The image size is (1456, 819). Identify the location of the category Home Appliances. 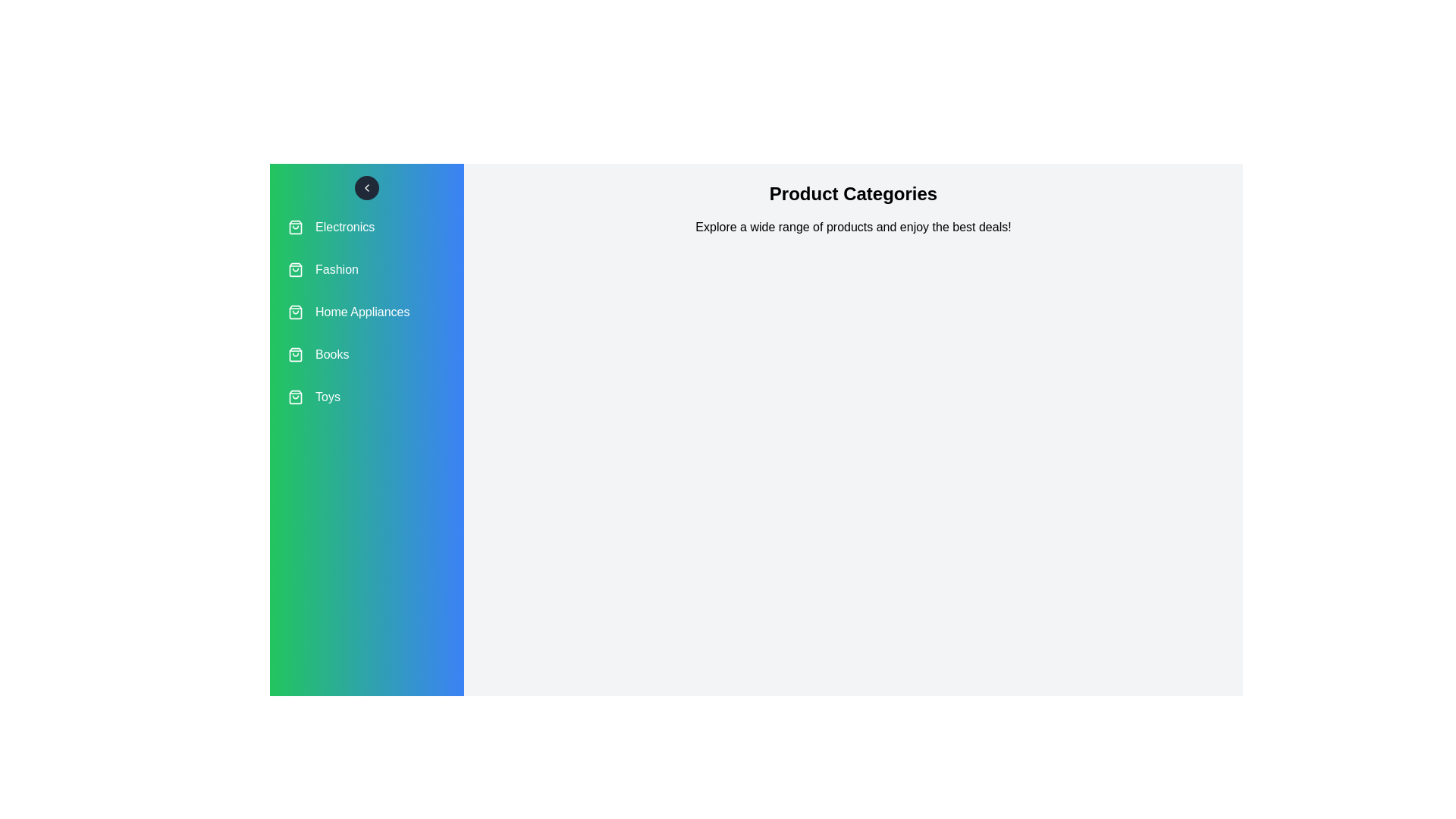
(367, 312).